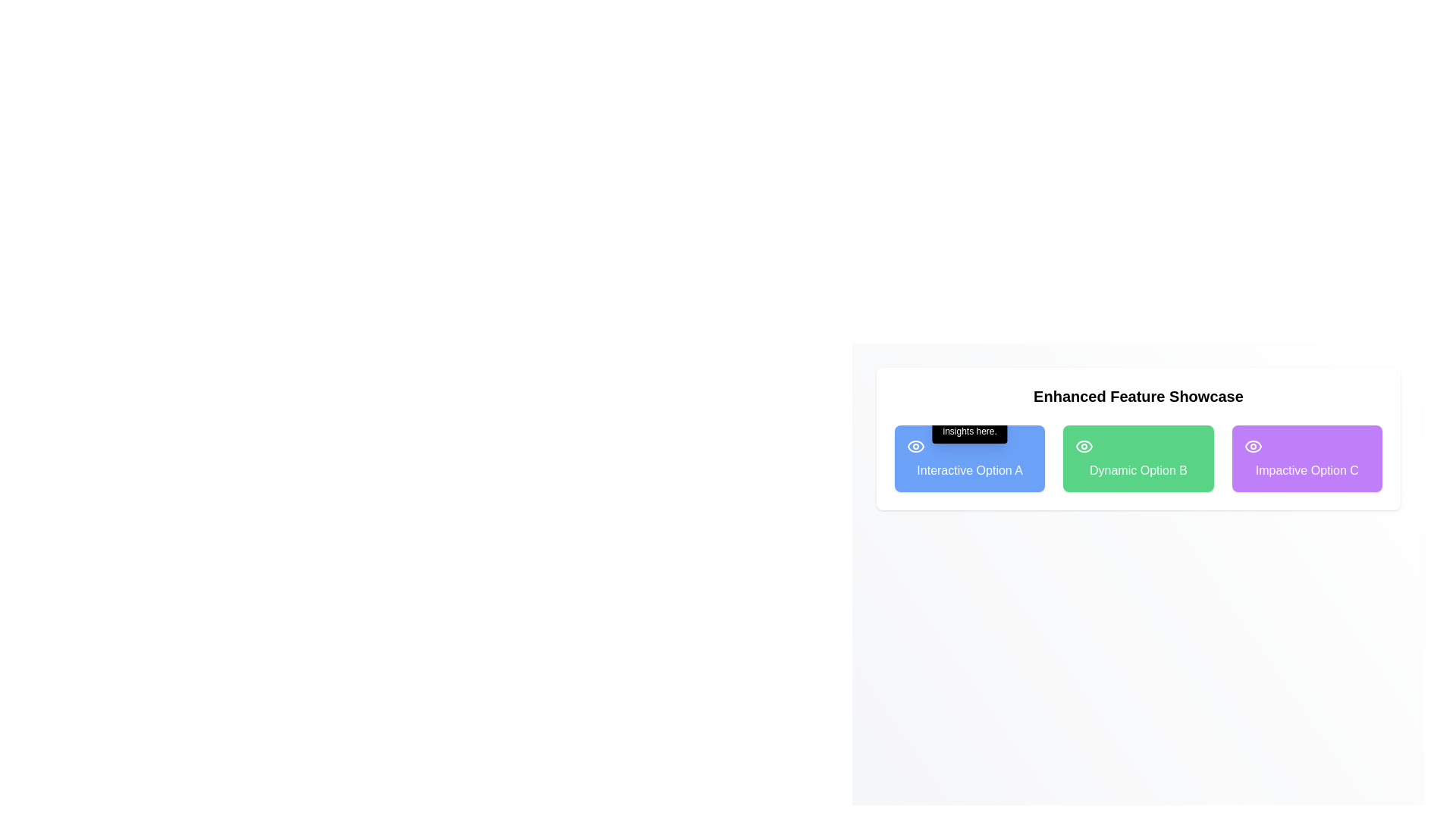  Describe the element at coordinates (969, 419) in the screenshot. I see `the tooltip that has a black background and white text saying 'Explore detailed insights here.' It is located above the blue button labeled 'Interactive Option A' in the 'Enhanced Feature Showcase' section` at that location.